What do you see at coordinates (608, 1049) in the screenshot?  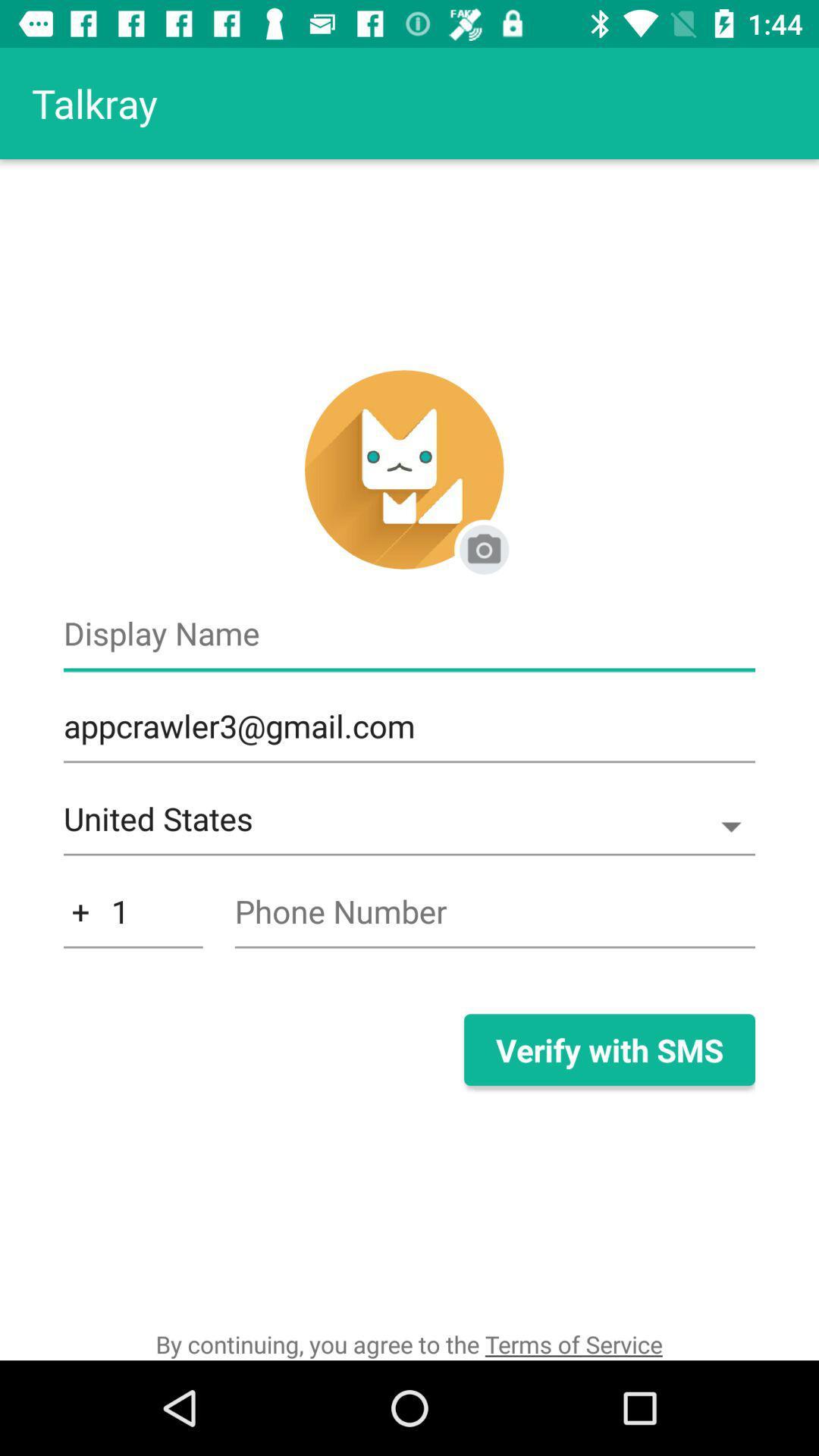 I see `verify with sms icon` at bounding box center [608, 1049].